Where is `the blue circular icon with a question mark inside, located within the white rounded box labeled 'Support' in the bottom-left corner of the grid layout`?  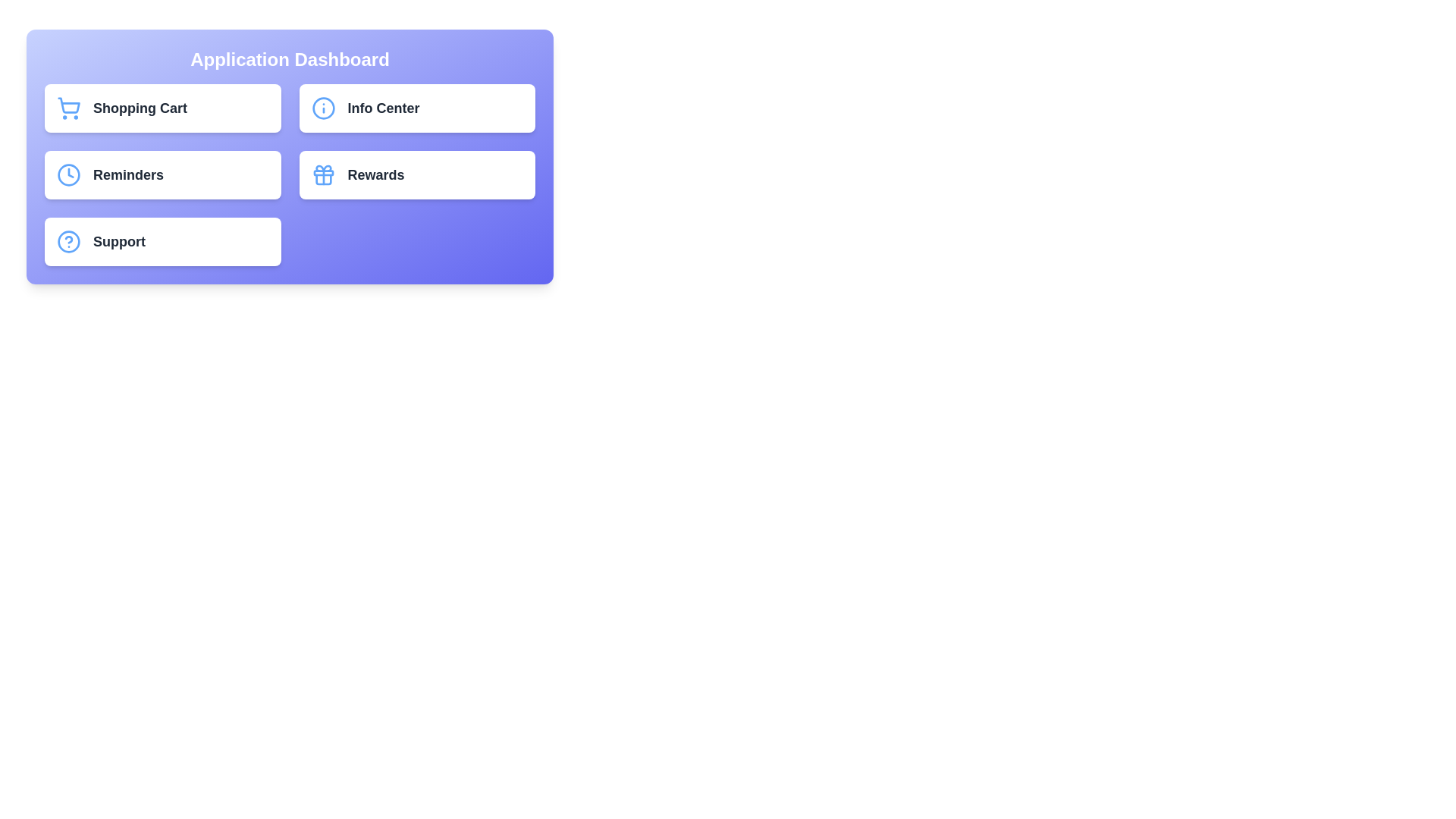
the blue circular icon with a question mark inside, located within the white rounded box labeled 'Support' in the bottom-left corner of the grid layout is located at coordinates (68, 241).